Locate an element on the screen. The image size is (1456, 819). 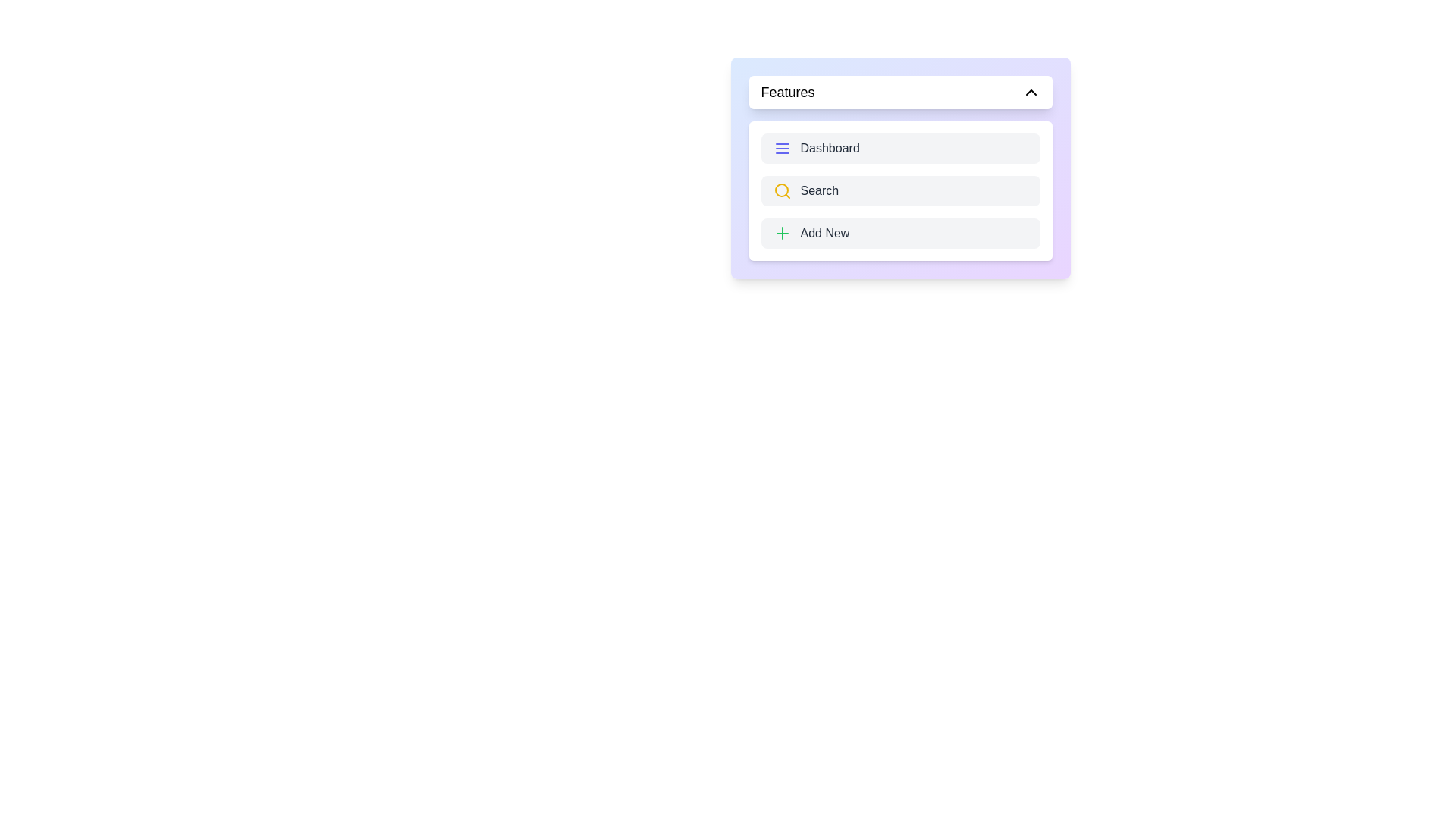
the text 'Add New' within the component is located at coordinates (900, 234).